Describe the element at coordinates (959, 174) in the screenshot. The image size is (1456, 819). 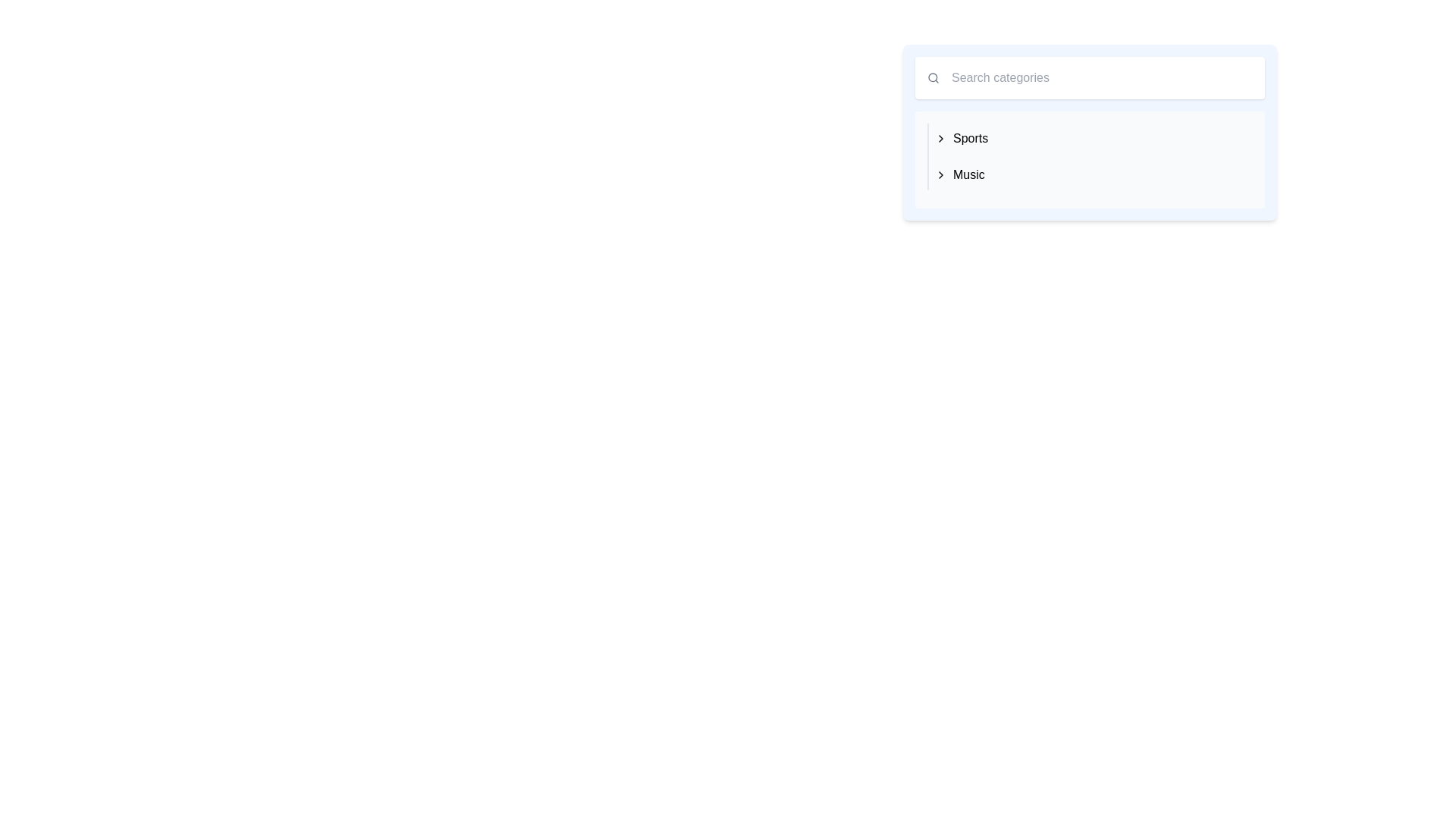
I see `the 'Music' button` at that location.